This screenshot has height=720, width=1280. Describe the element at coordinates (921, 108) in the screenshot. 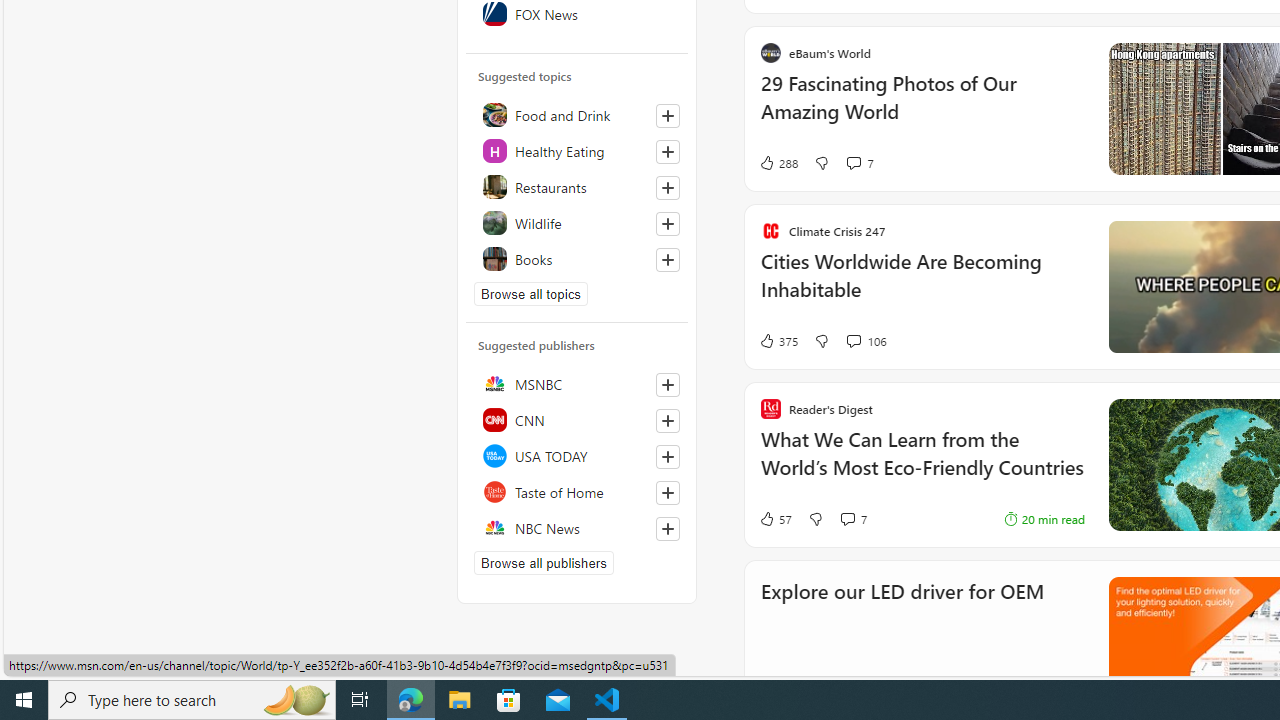

I see `'29 Fascinating Photos of Our Amazing World'` at that location.